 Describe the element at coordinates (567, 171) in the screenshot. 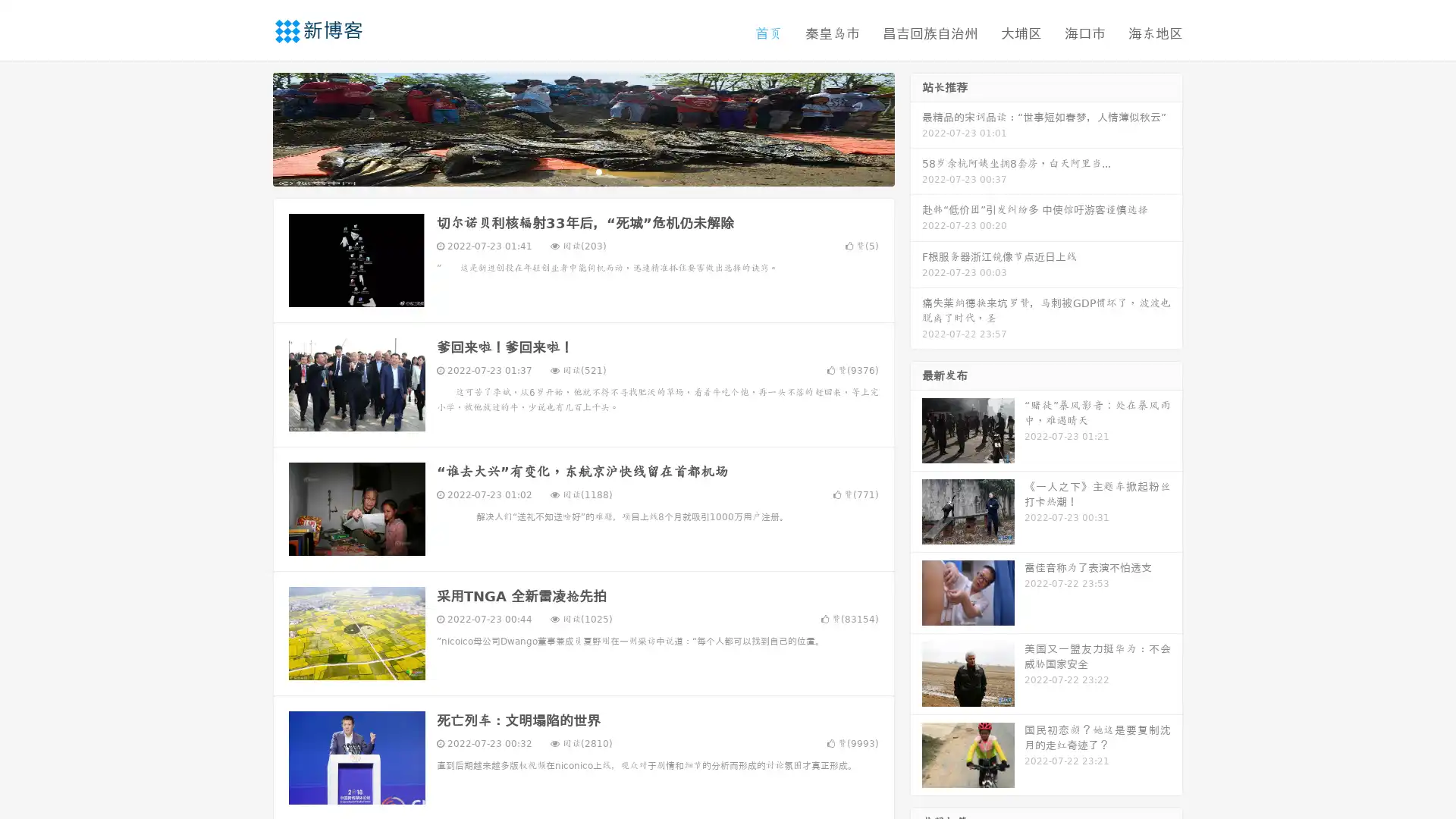

I see `Go to slide 1` at that location.